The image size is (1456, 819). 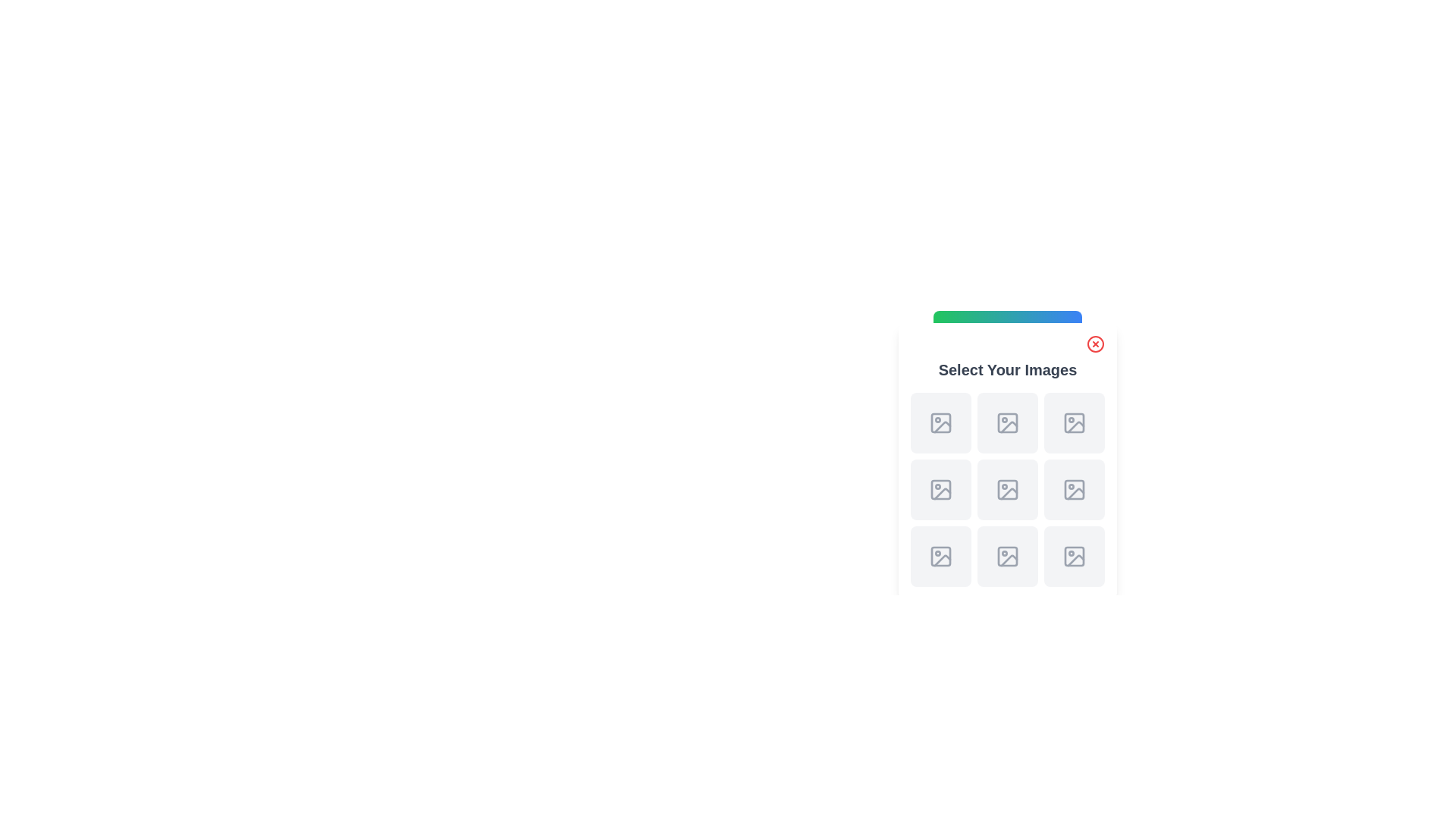 I want to click on the interactive button or icon placeholder located in the bottom right corner of the 3x3 grid layout, so click(x=1073, y=489).